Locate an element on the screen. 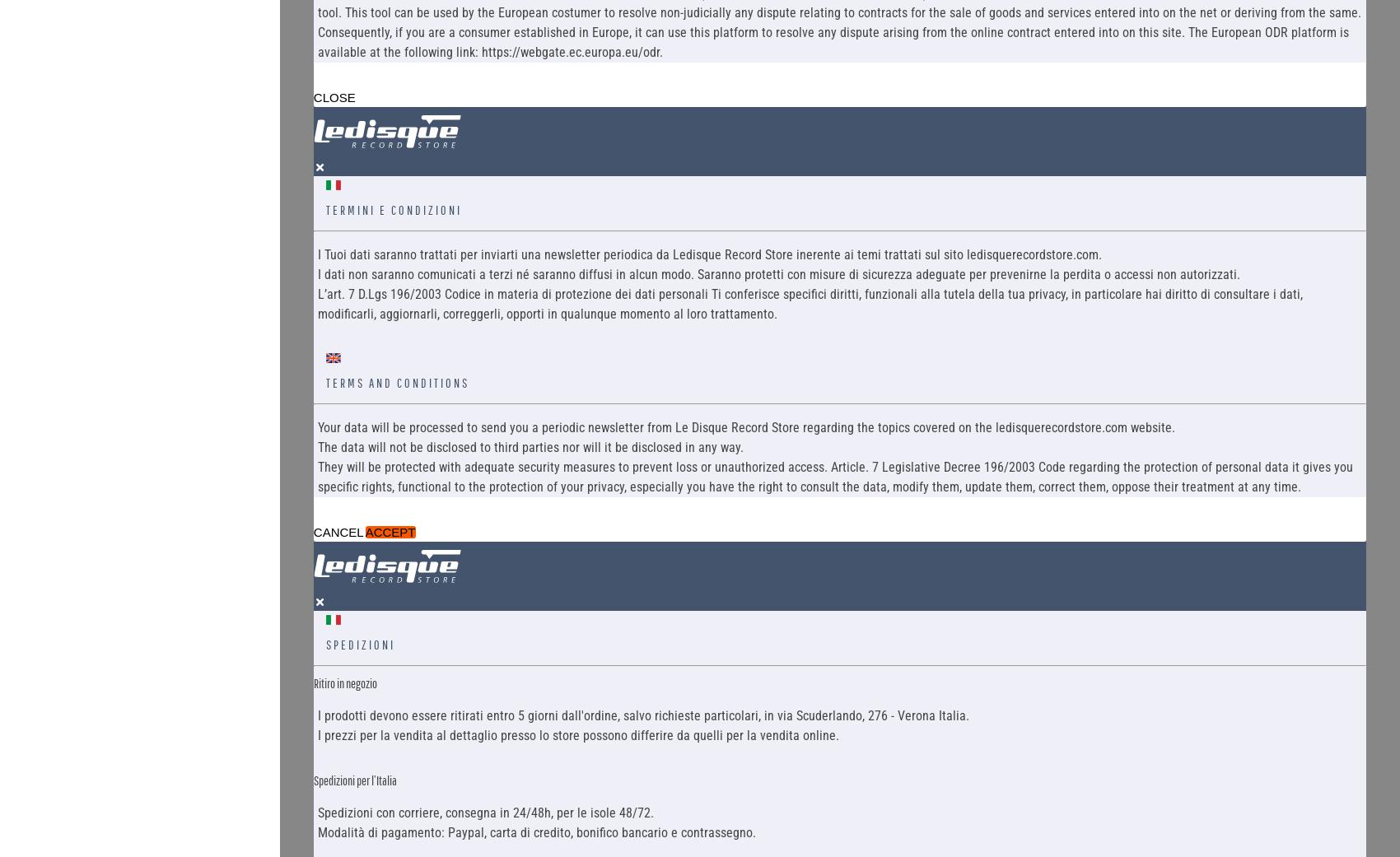 The width and height of the screenshot is (1400, 857). 'The data will not be disclosed to third parties nor will it be disclosed in any way.' is located at coordinates (316, 446).